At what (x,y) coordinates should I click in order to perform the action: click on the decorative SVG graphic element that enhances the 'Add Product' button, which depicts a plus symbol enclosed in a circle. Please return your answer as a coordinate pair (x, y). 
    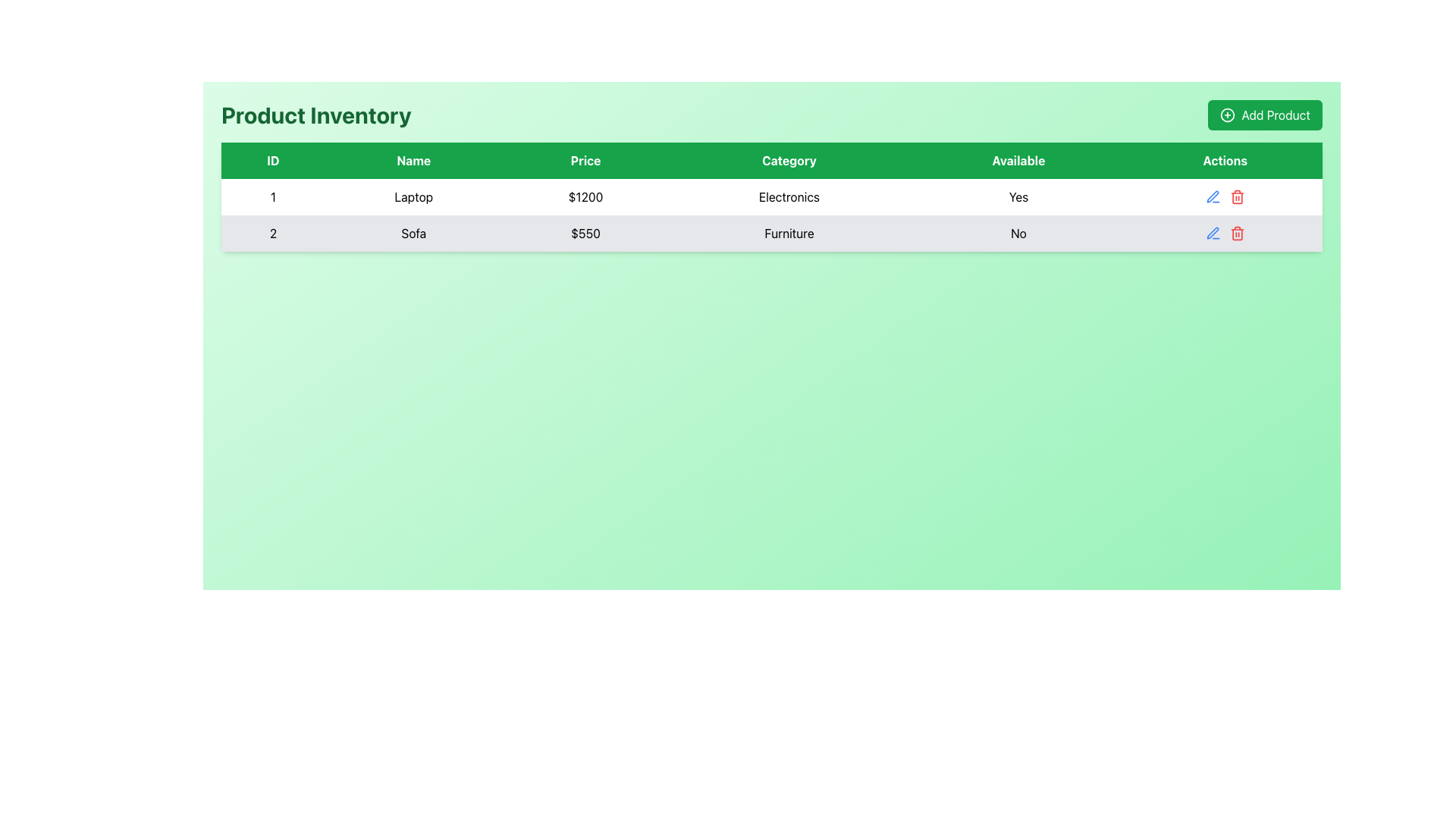
    Looking at the image, I should click on (1228, 114).